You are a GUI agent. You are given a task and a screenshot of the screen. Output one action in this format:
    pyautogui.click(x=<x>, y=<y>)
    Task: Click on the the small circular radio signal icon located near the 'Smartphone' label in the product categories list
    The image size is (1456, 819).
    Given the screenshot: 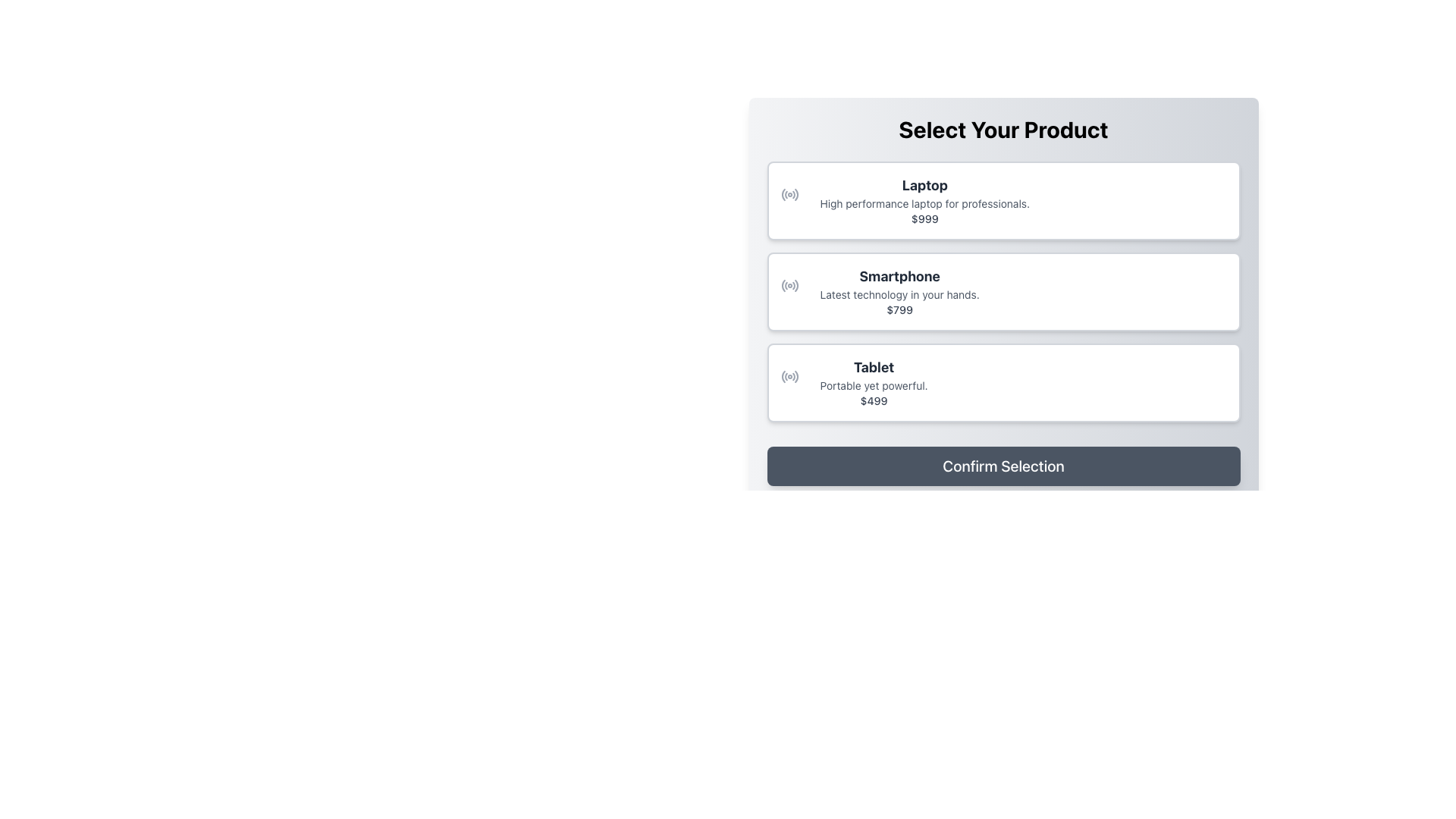 What is the action you would take?
    pyautogui.click(x=789, y=286)
    